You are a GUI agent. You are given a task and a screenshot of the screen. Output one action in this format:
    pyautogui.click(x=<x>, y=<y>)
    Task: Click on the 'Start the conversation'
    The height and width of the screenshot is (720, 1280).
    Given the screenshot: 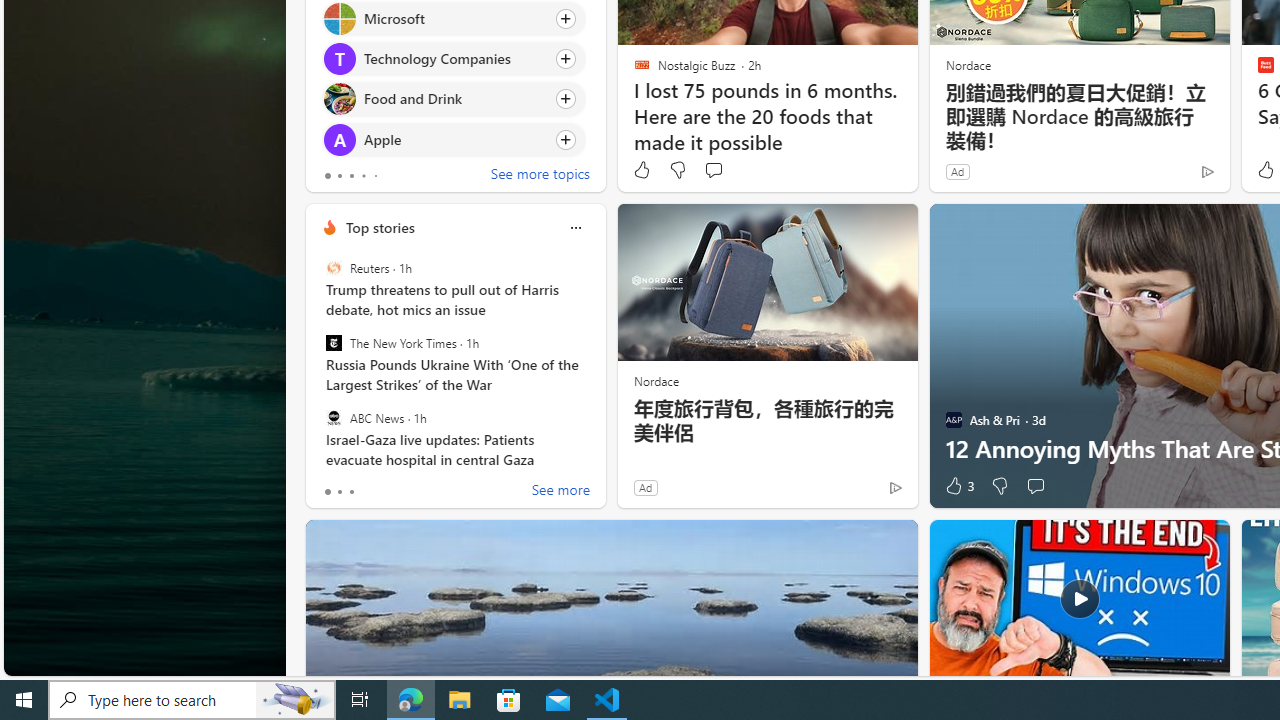 What is the action you would take?
    pyautogui.click(x=1035, y=486)
    